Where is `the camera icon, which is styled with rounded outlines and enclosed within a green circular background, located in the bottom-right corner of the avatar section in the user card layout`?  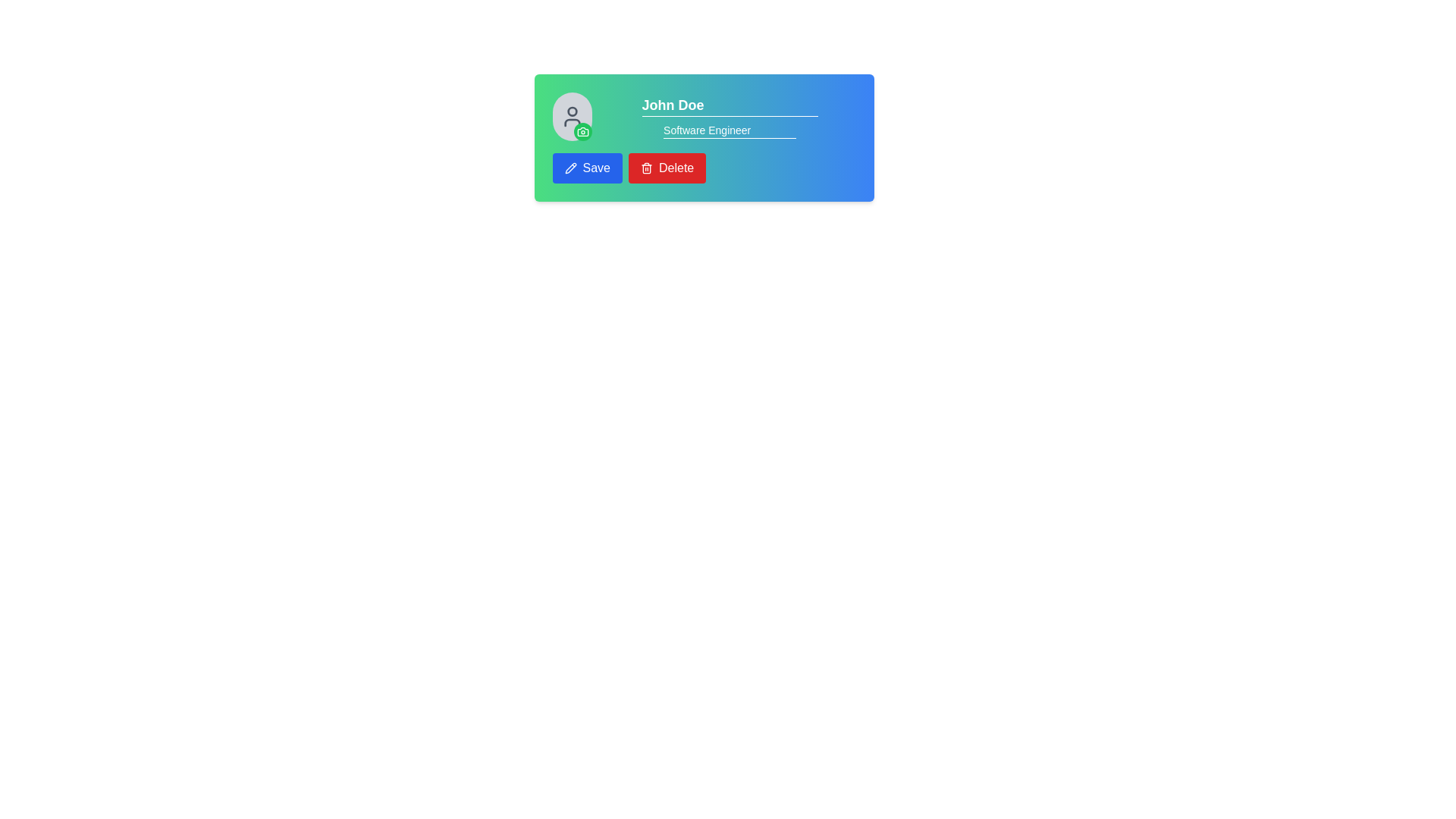
the camera icon, which is styled with rounded outlines and enclosed within a green circular background, located in the bottom-right corner of the avatar section in the user card layout is located at coordinates (582, 130).